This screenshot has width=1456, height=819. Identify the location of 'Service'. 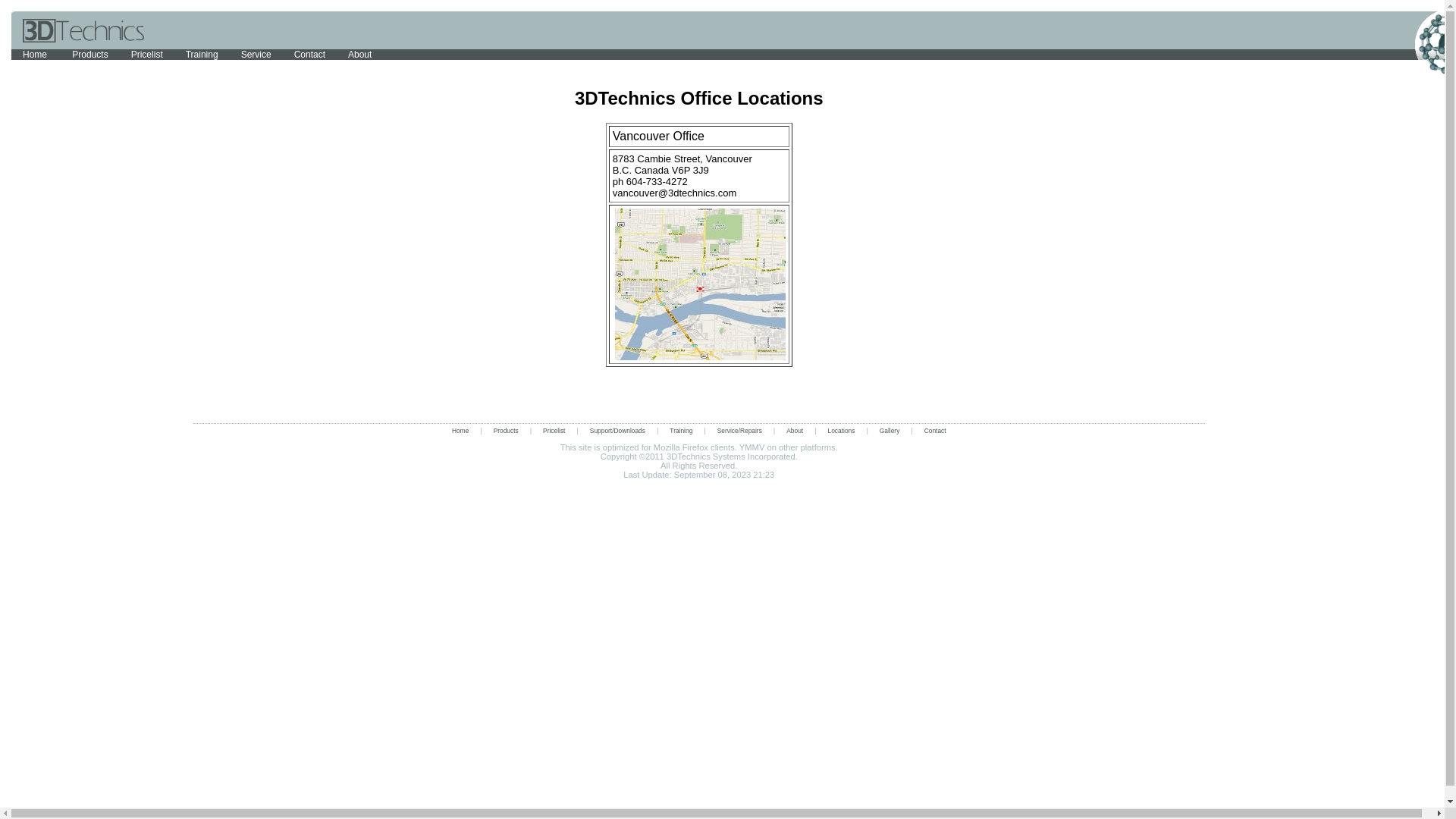
(256, 54).